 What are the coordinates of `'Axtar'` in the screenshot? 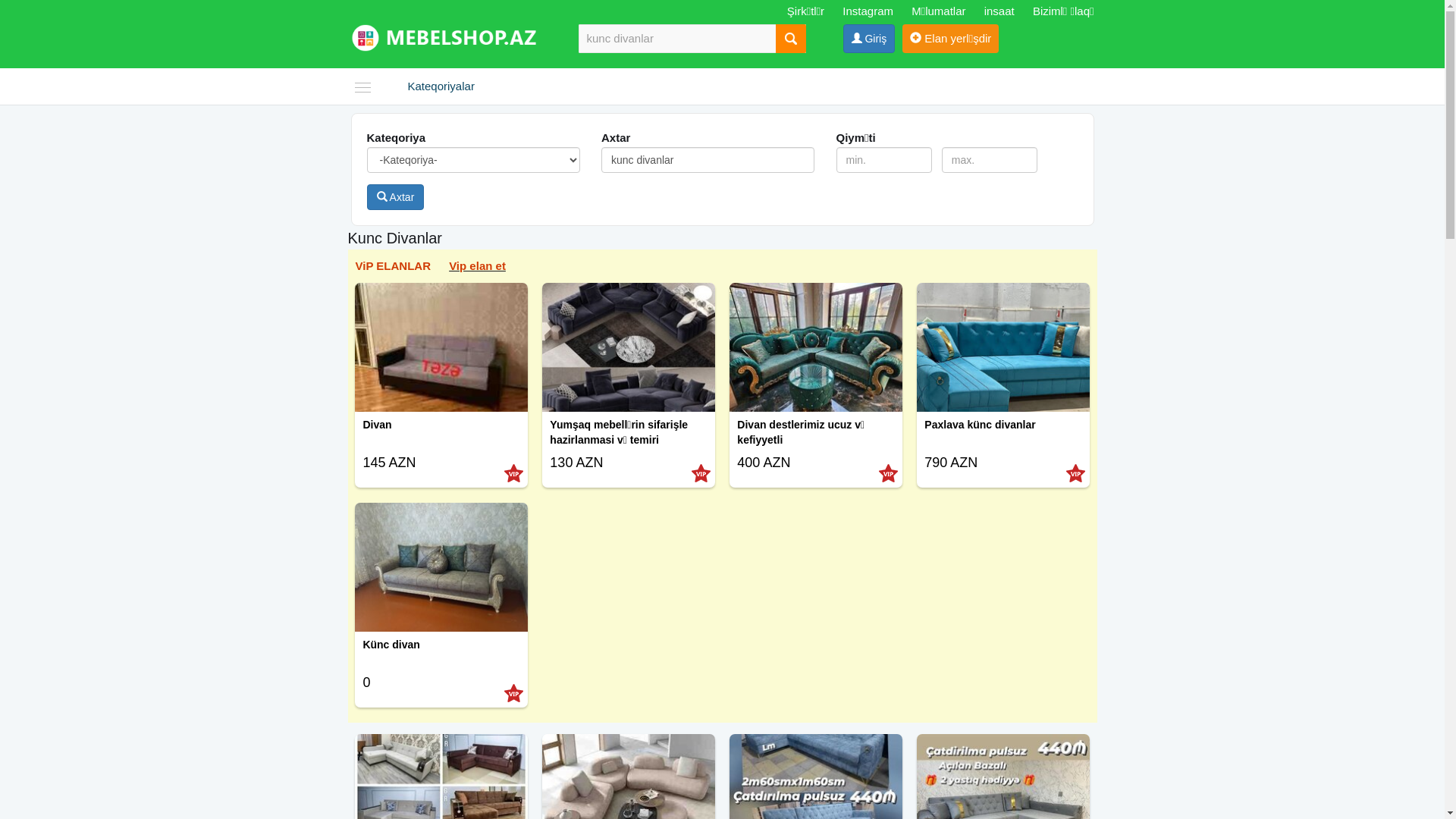 It's located at (396, 196).